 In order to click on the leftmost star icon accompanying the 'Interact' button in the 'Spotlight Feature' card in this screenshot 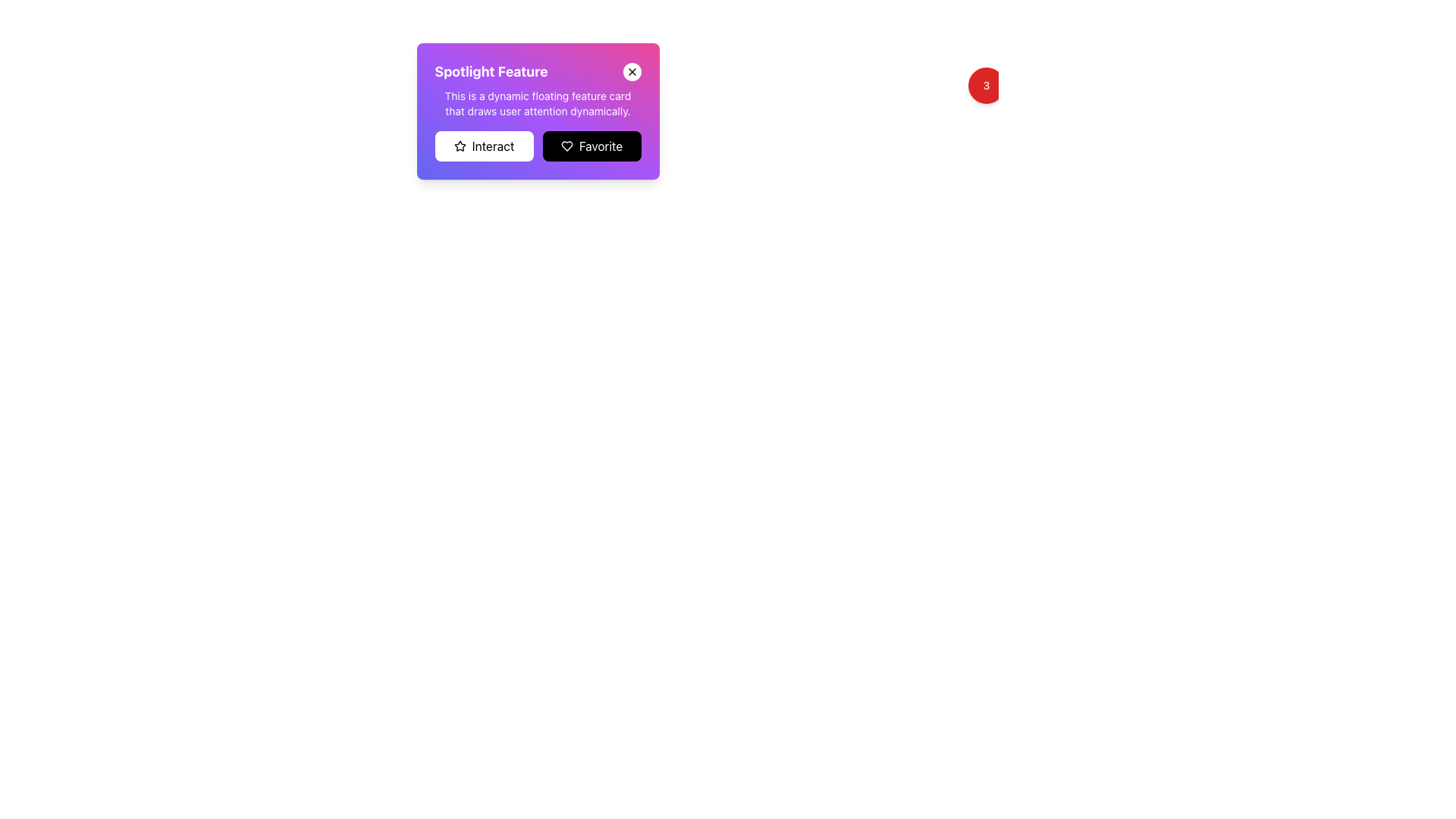, I will do `click(459, 146)`.